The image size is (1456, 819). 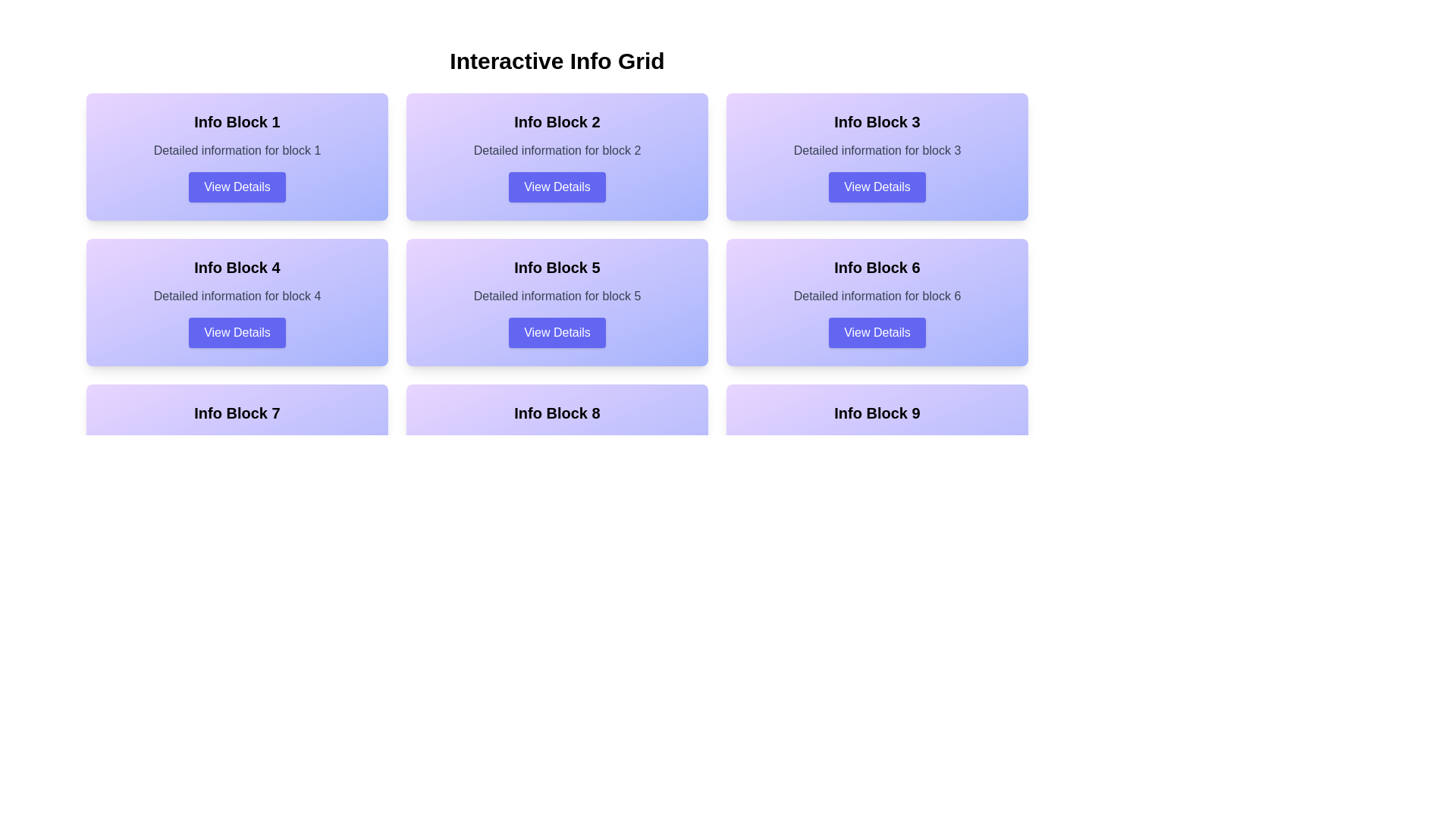 What do you see at coordinates (556, 186) in the screenshot?
I see `the 'View Details' button, which is a rectangular button with rounded corners and white text, located in the lower portion of 'Info Block 2' in the 'Interactive Info Grid'` at bounding box center [556, 186].